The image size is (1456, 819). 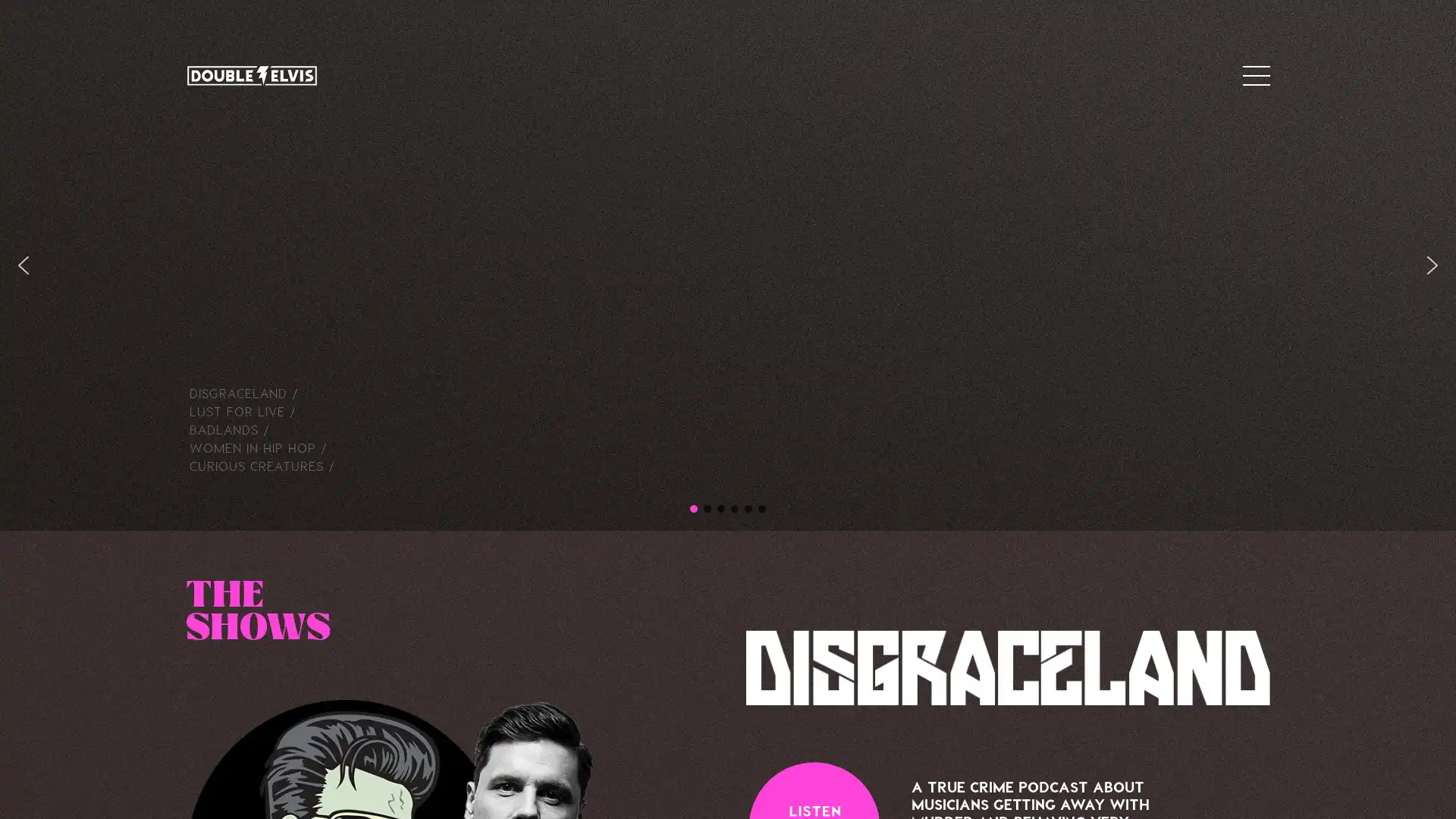 What do you see at coordinates (748, 509) in the screenshot?
I see `WIHH` at bounding box center [748, 509].